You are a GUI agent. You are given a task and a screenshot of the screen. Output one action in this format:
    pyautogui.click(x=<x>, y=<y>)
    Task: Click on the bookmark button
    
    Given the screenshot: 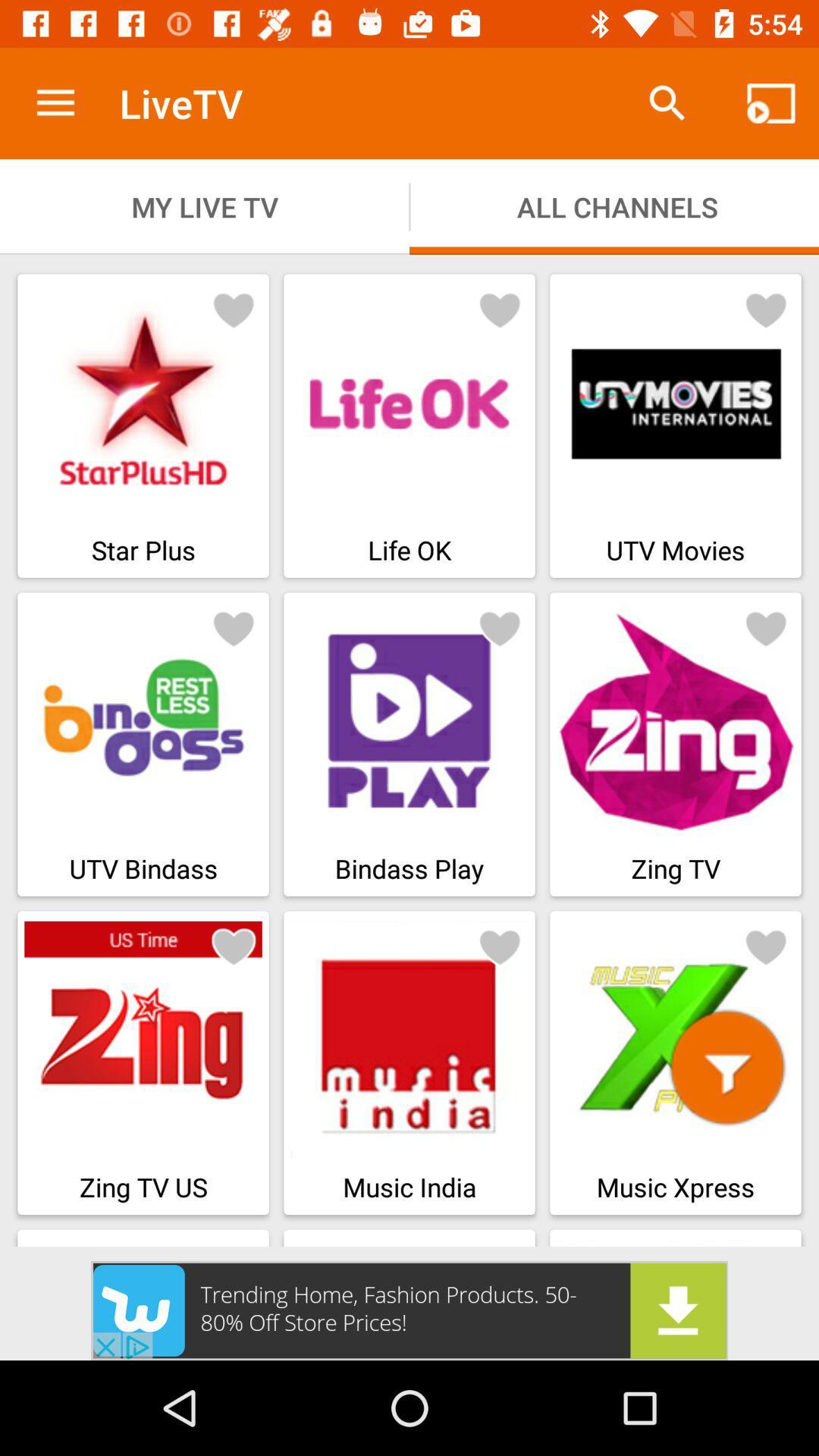 What is the action you would take?
    pyautogui.click(x=234, y=946)
    